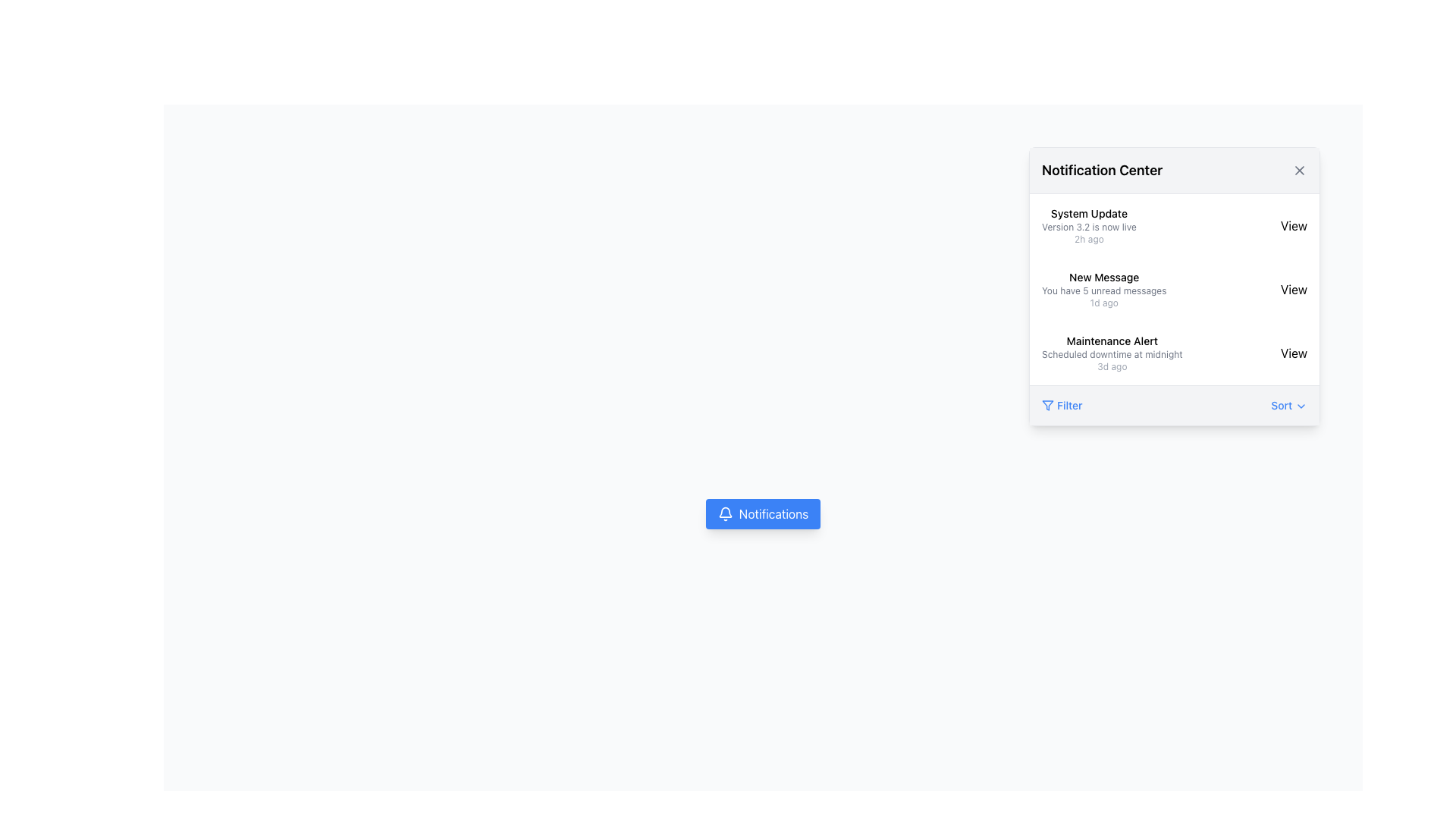  What do you see at coordinates (1104, 289) in the screenshot?
I see `the text block containing 'New Message', 'You have 5 unread messages', and '1d ago' to perform accessibility inspections` at bounding box center [1104, 289].